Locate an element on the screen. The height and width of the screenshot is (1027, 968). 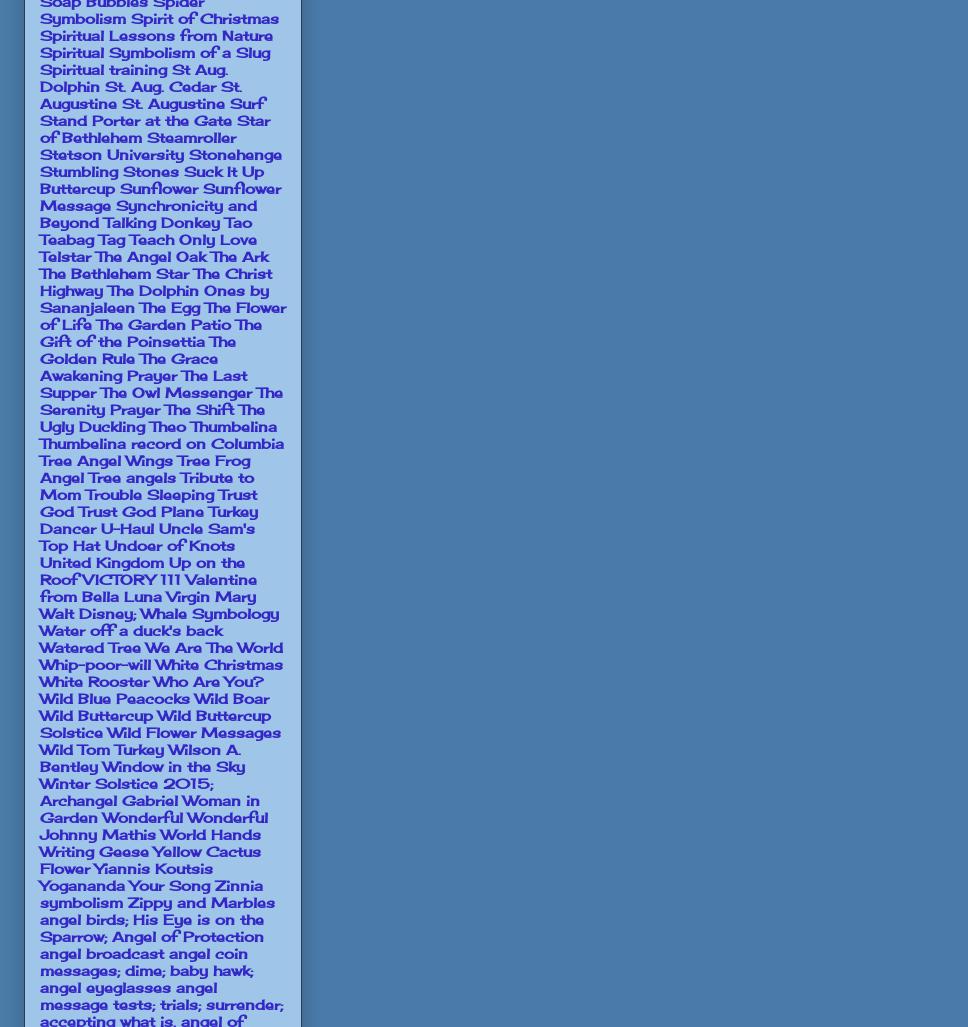
'Trust God Plane' is located at coordinates (77, 510).